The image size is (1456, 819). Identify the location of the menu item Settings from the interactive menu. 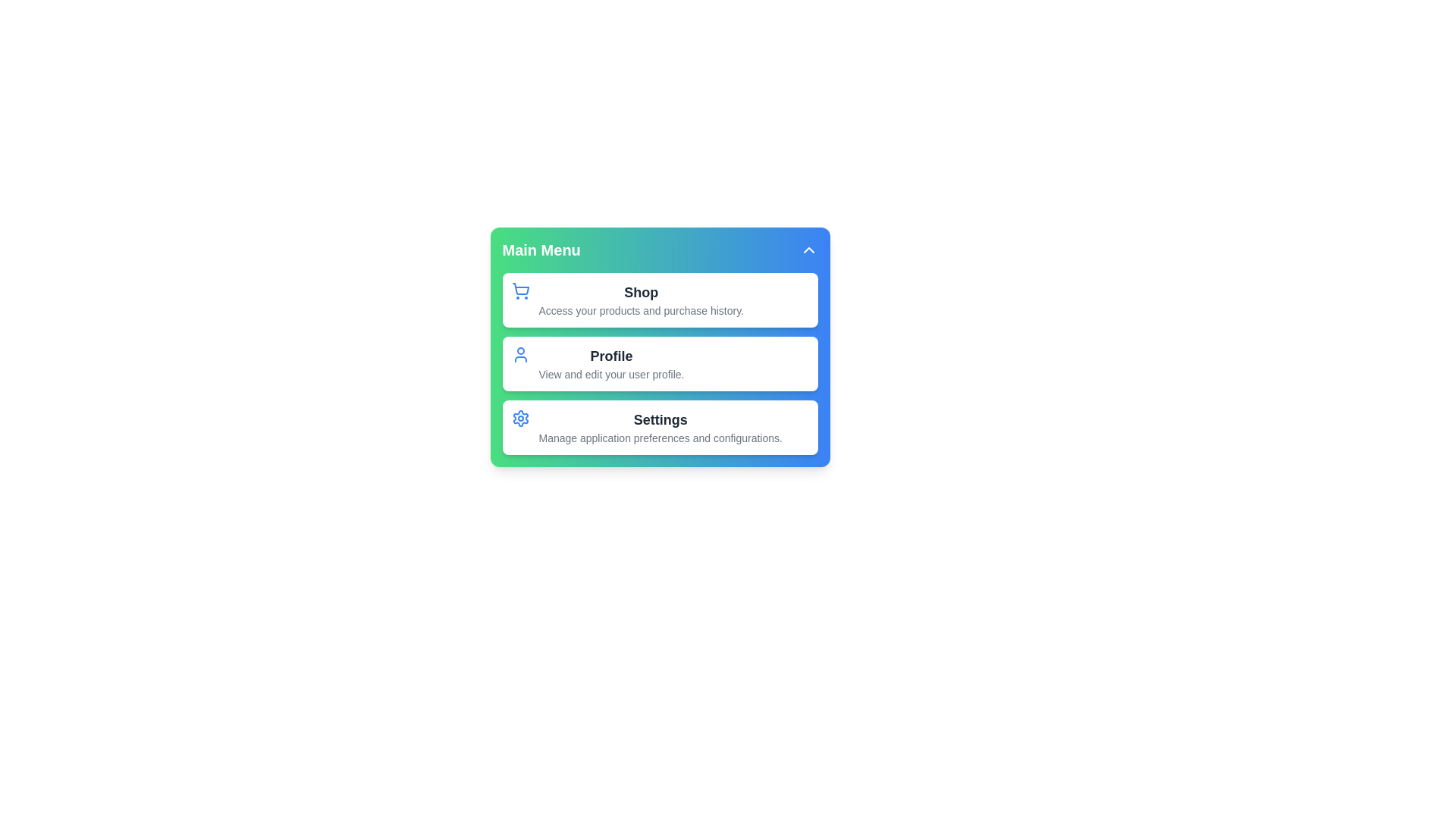
(660, 427).